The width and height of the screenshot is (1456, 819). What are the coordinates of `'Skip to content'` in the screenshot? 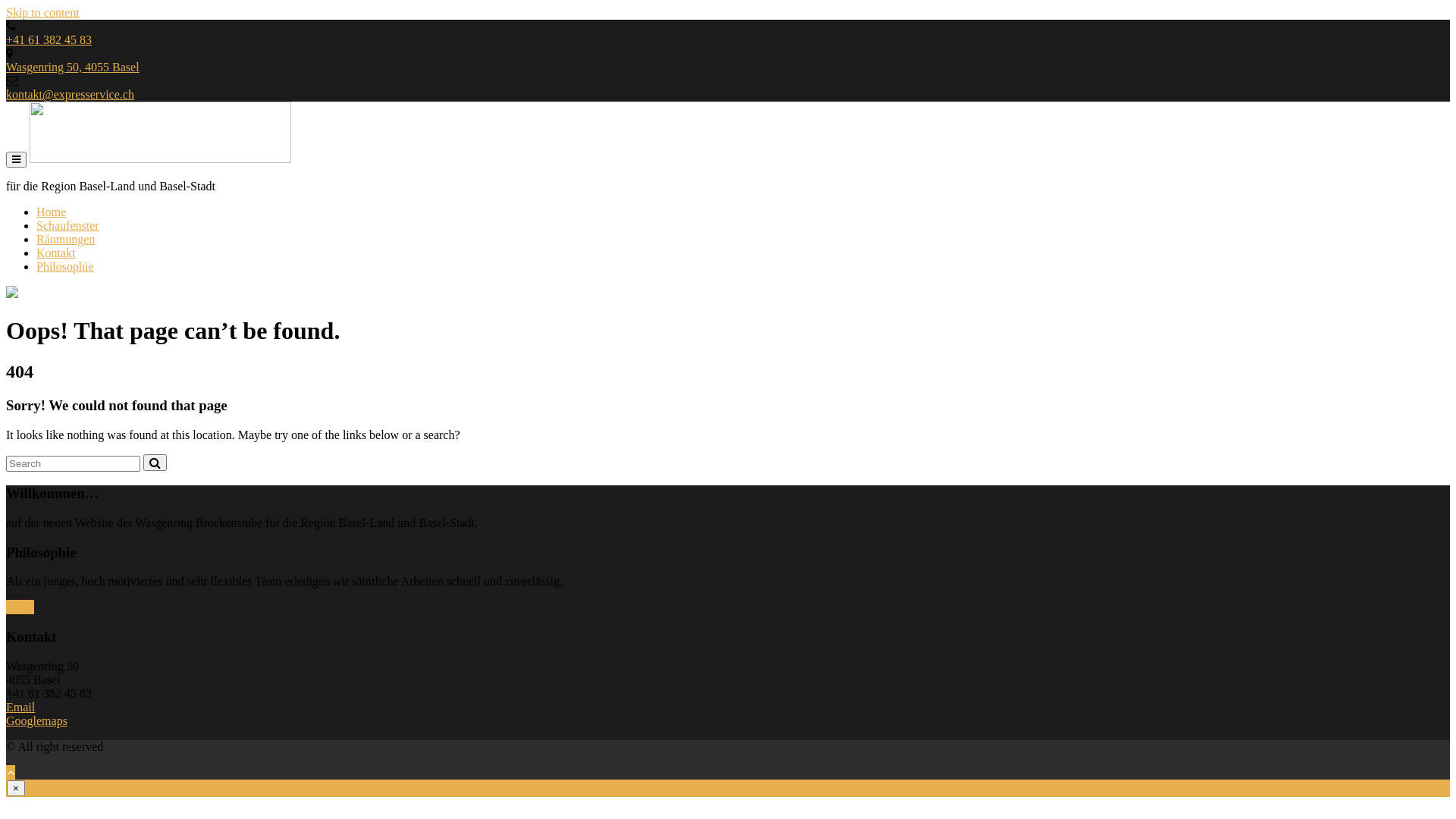 It's located at (42, 12).